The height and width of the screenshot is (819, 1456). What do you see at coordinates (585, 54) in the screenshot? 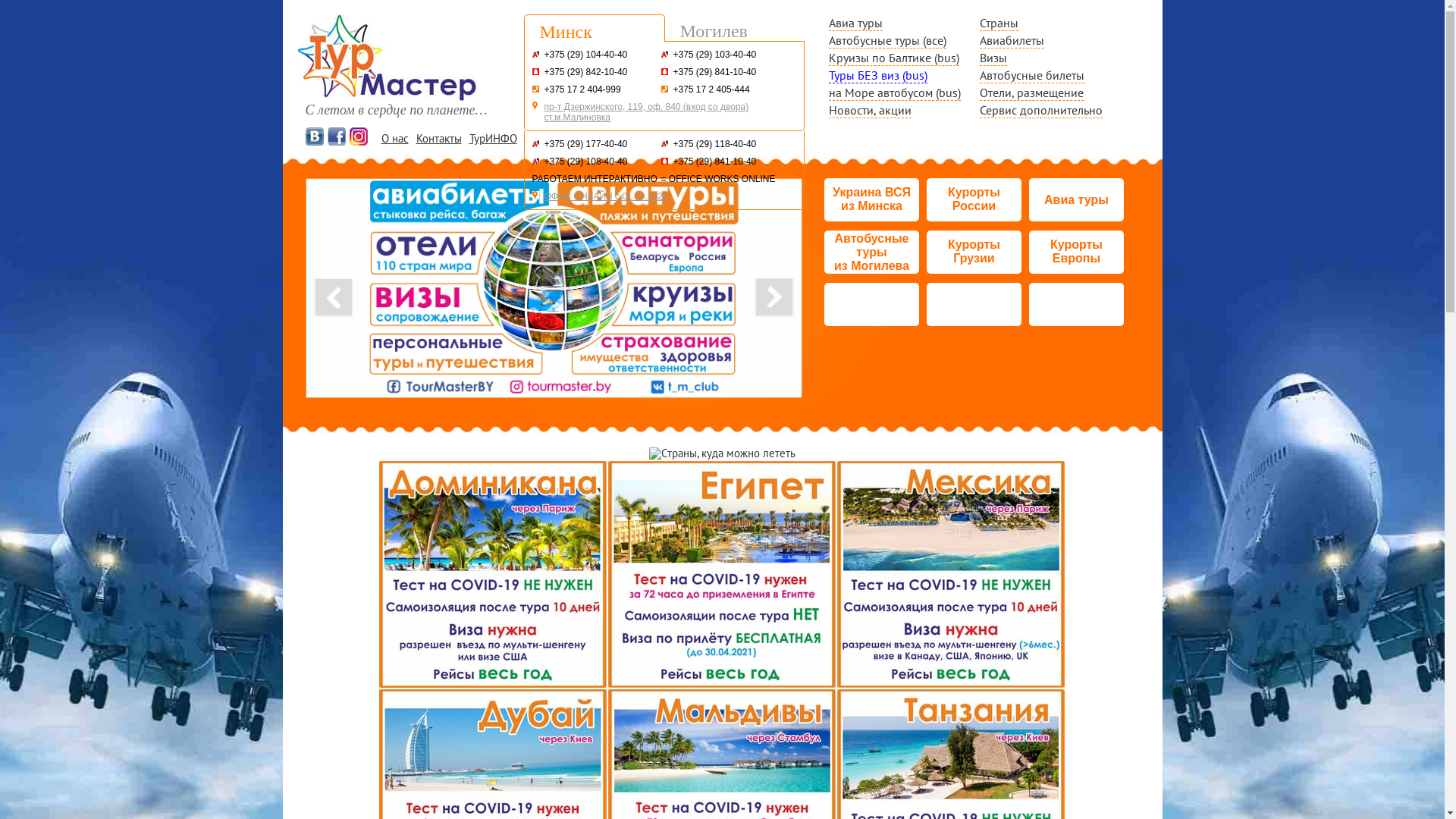
I see `'+375 (29) 104-40-40'` at bounding box center [585, 54].